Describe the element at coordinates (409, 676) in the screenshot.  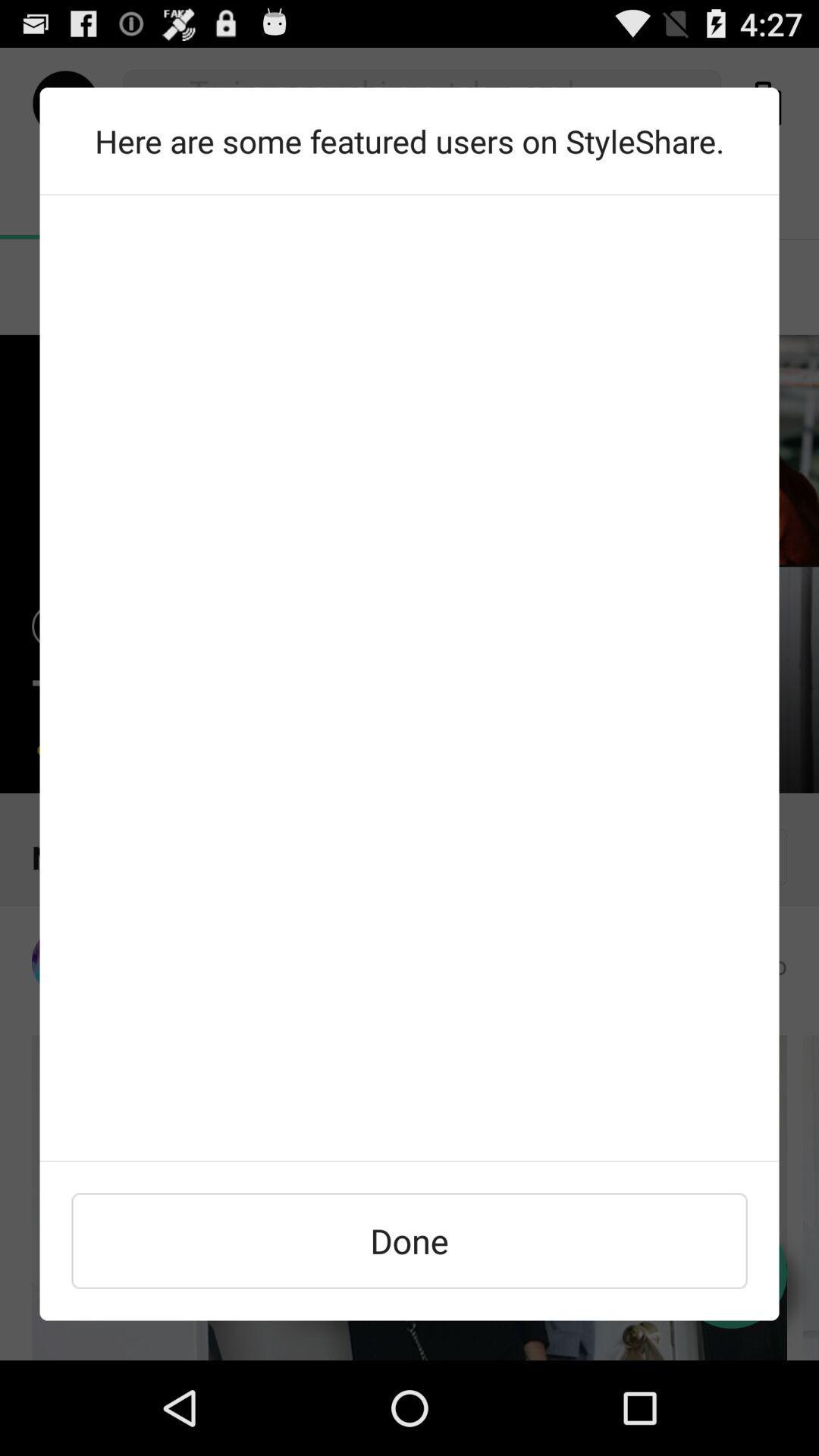
I see `text area` at that location.